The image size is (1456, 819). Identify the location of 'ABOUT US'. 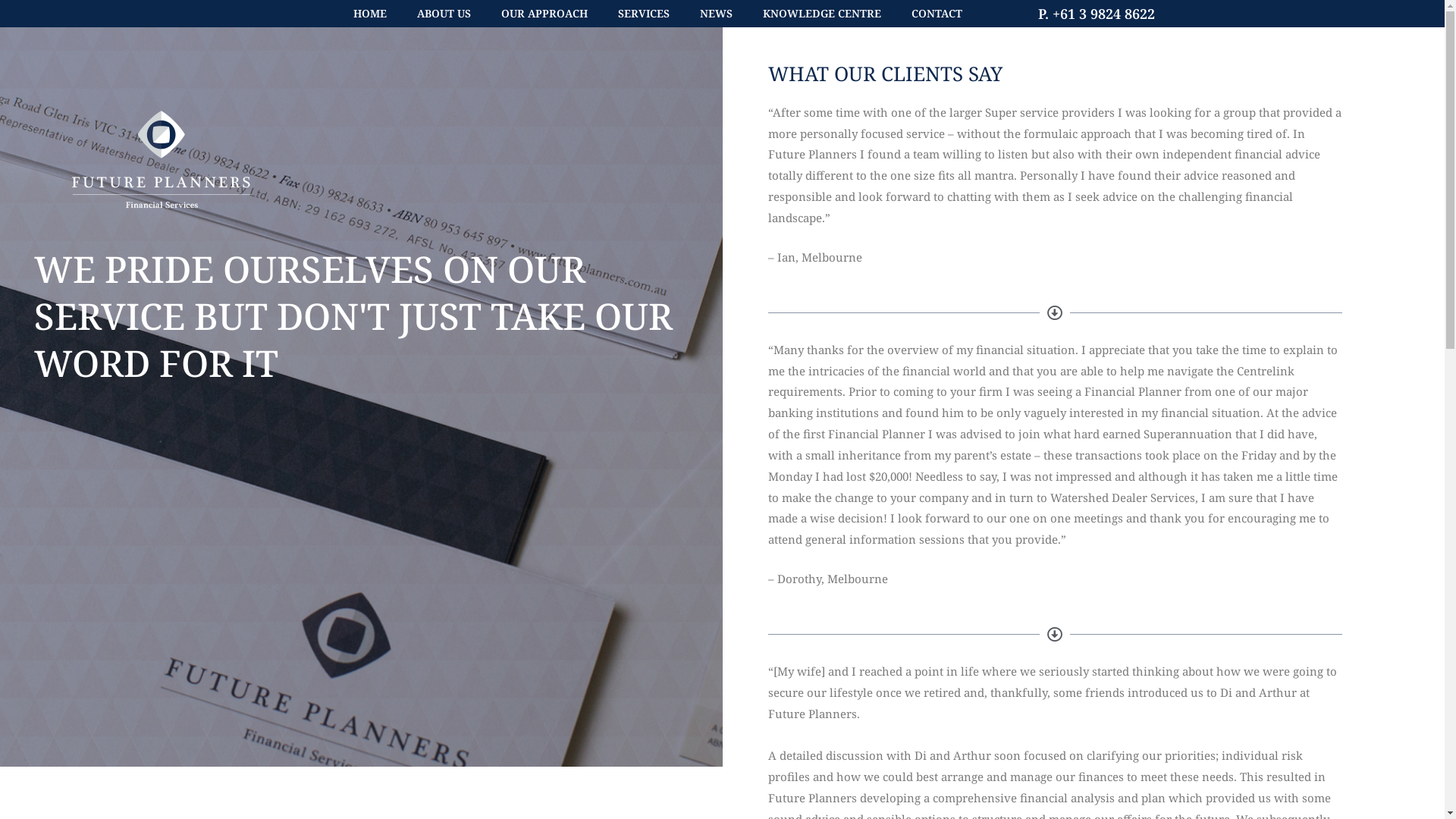
(443, 14).